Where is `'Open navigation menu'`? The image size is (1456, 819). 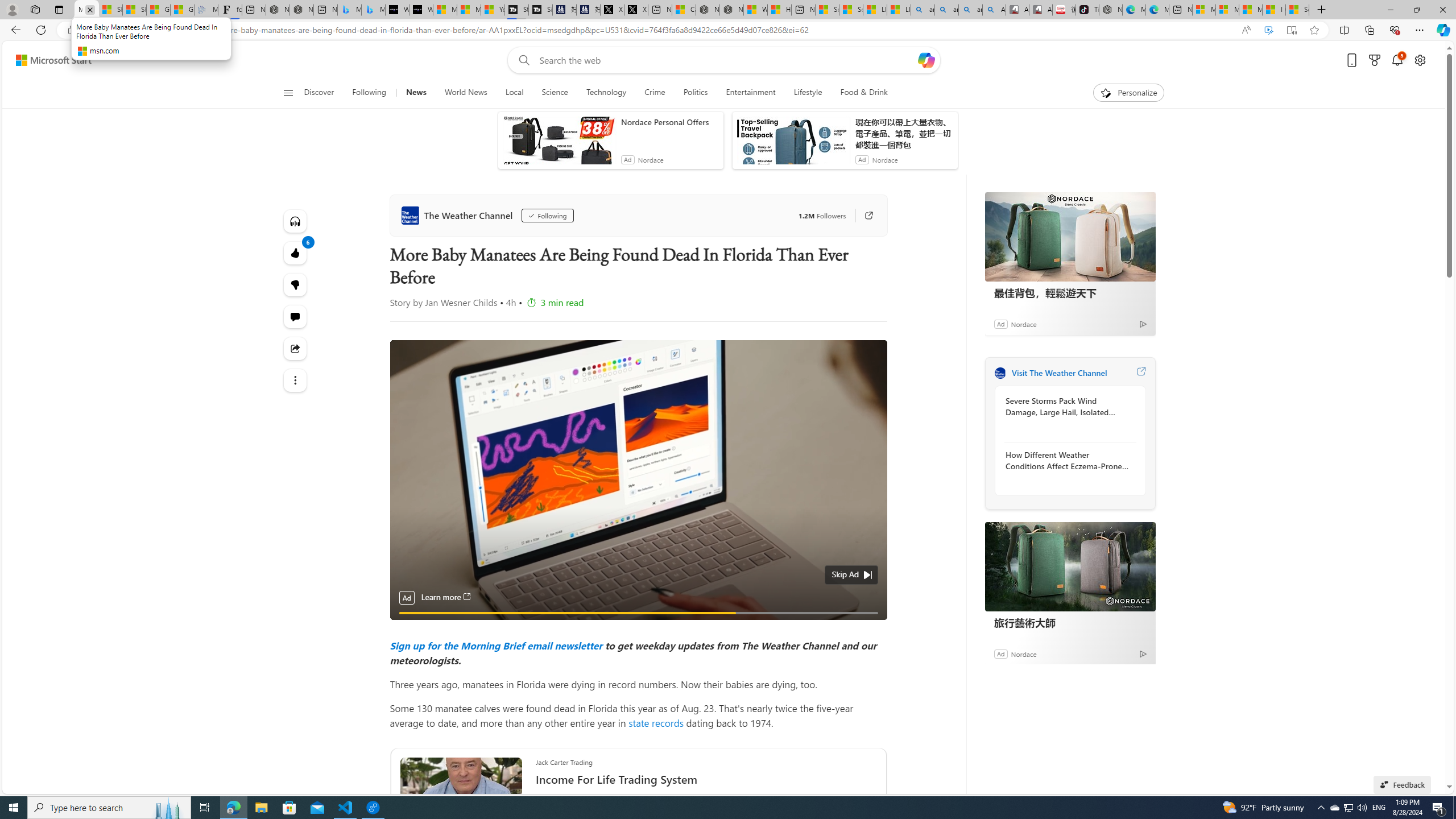 'Open navigation menu' is located at coordinates (287, 92).